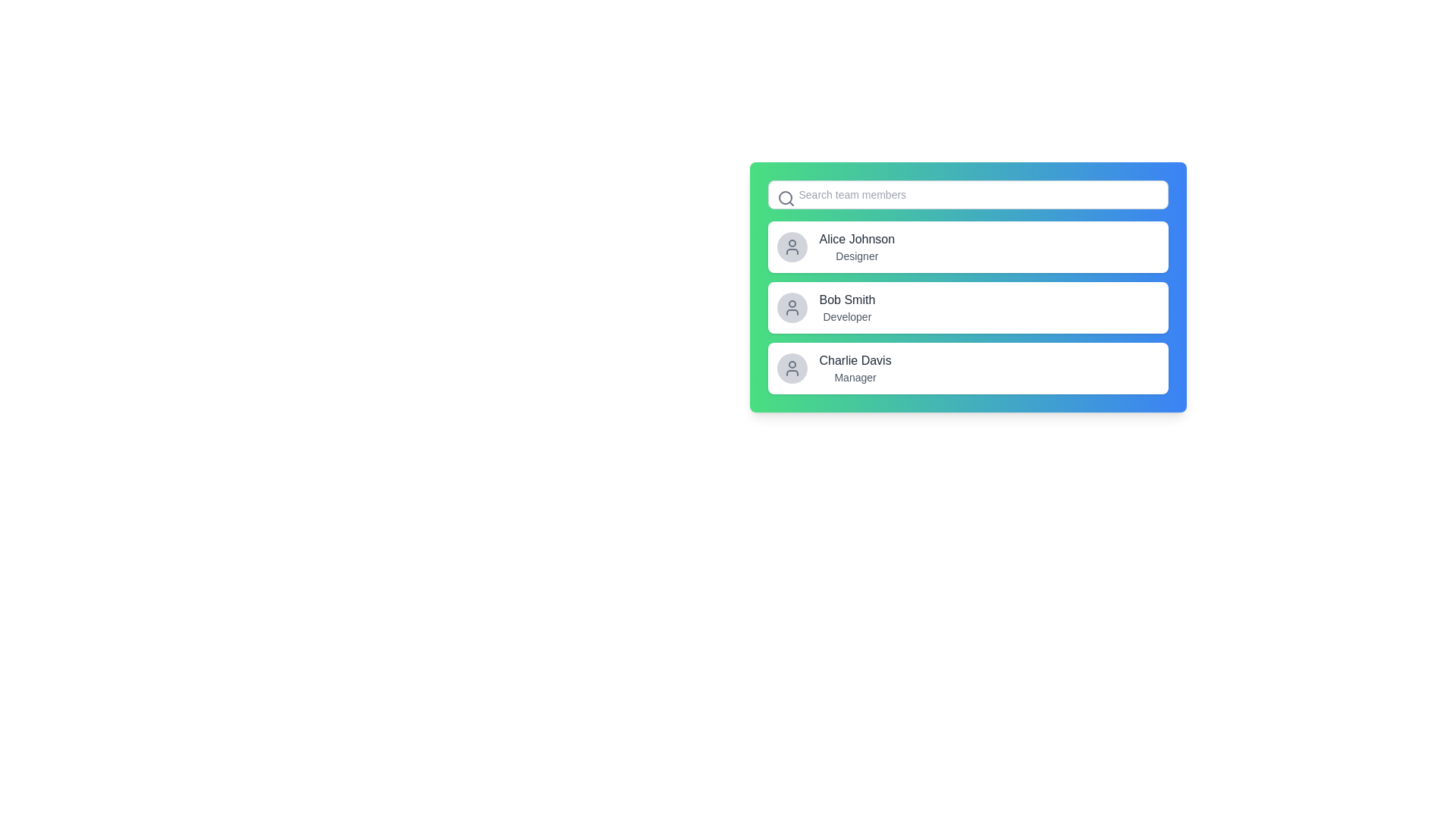 The image size is (1456, 819). Describe the element at coordinates (791, 369) in the screenshot. I see `the Profile Icon, which is a circular icon with a gray background and a stylized human silhouette` at that location.